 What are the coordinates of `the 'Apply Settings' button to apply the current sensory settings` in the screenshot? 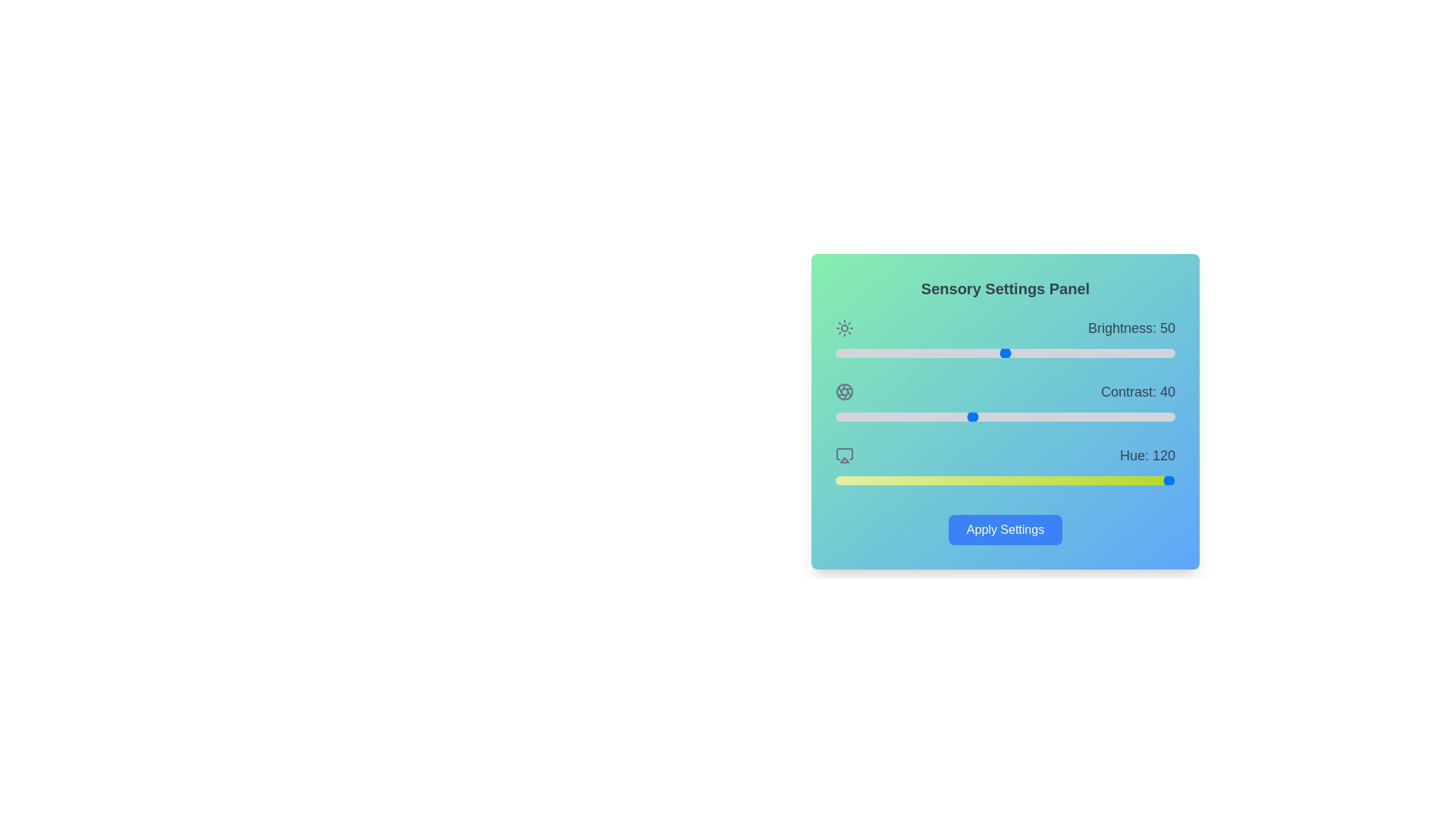 It's located at (1005, 529).